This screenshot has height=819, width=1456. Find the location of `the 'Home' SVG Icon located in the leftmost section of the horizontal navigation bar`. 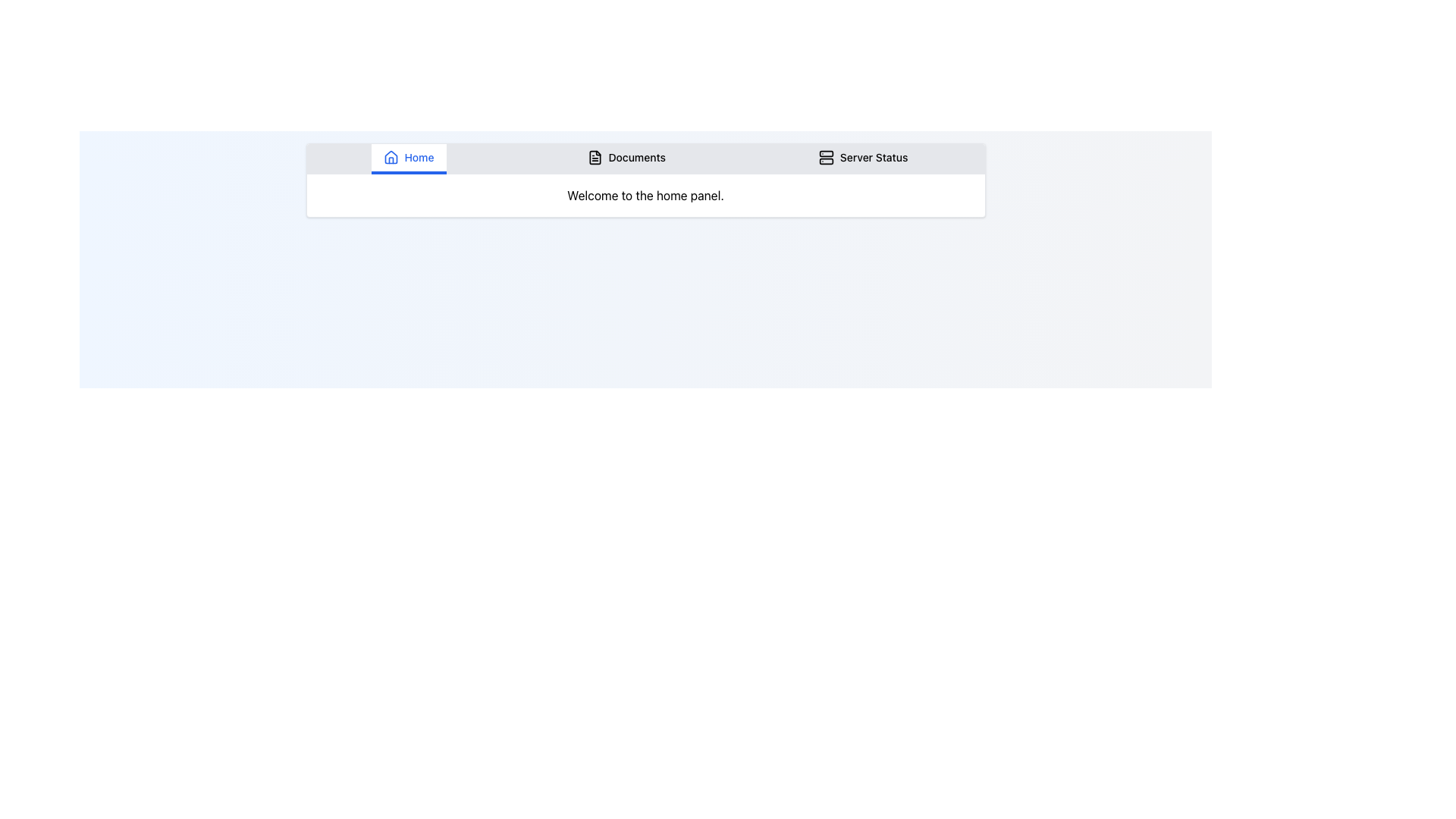

the 'Home' SVG Icon located in the leftmost section of the horizontal navigation bar is located at coordinates (391, 158).